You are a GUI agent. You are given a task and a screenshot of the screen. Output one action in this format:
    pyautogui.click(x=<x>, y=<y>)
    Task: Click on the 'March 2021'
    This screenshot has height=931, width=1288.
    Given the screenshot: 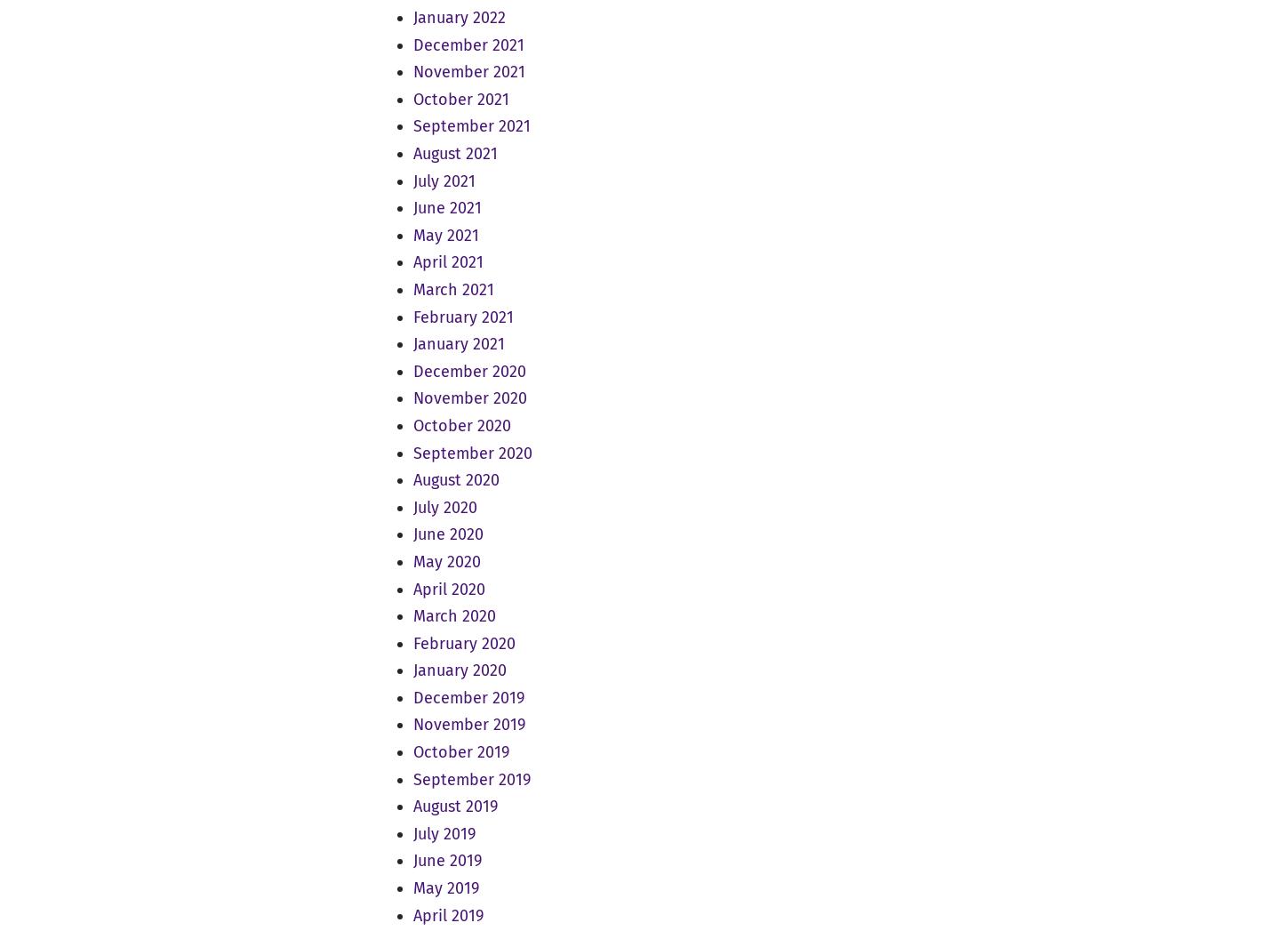 What is the action you would take?
    pyautogui.click(x=452, y=287)
    